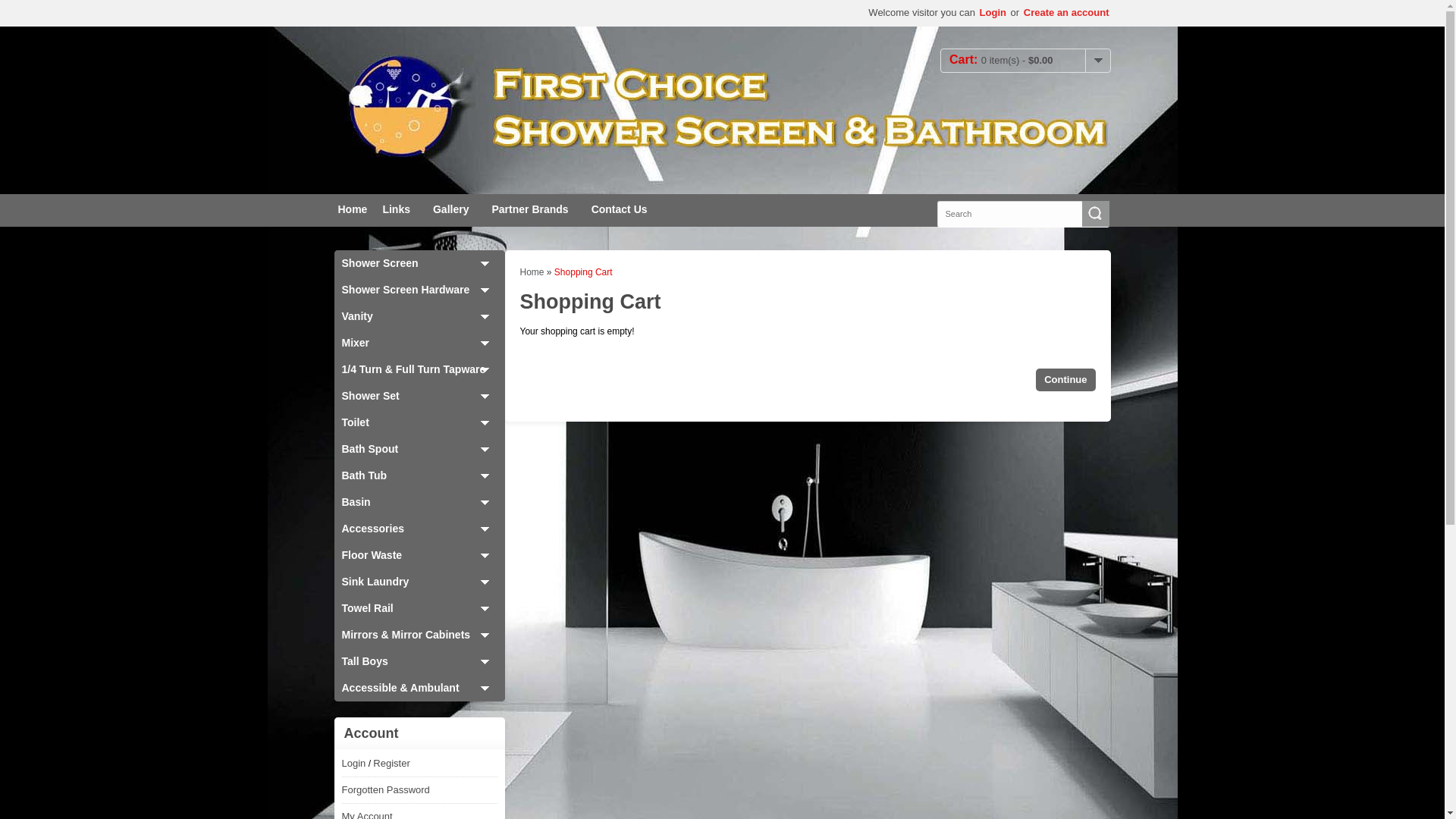  What do you see at coordinates (1025, 60) in the screenshot?
I see `'Cart:` at bounding box center [1025, 60].